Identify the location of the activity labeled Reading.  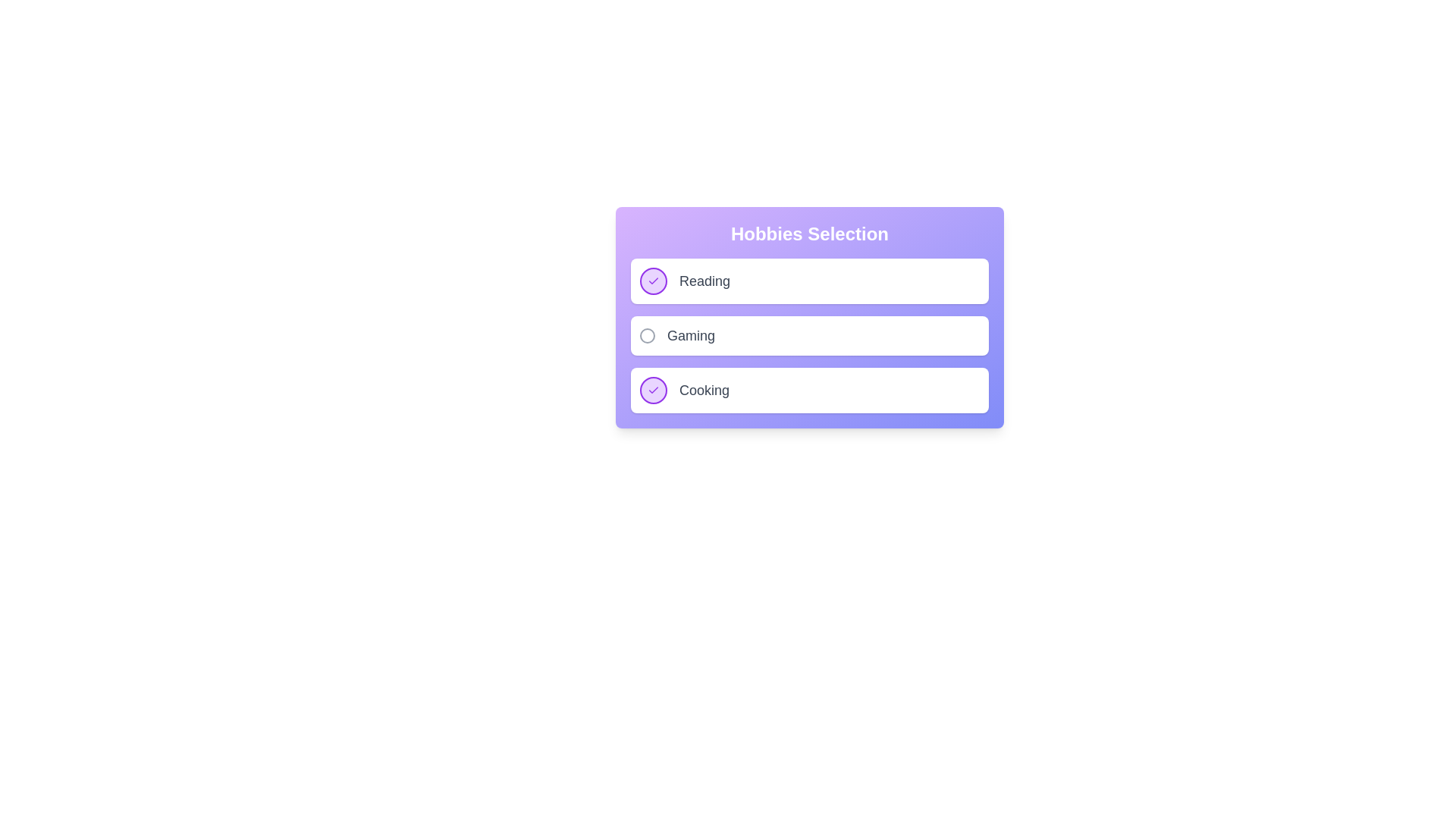
(704, 281).